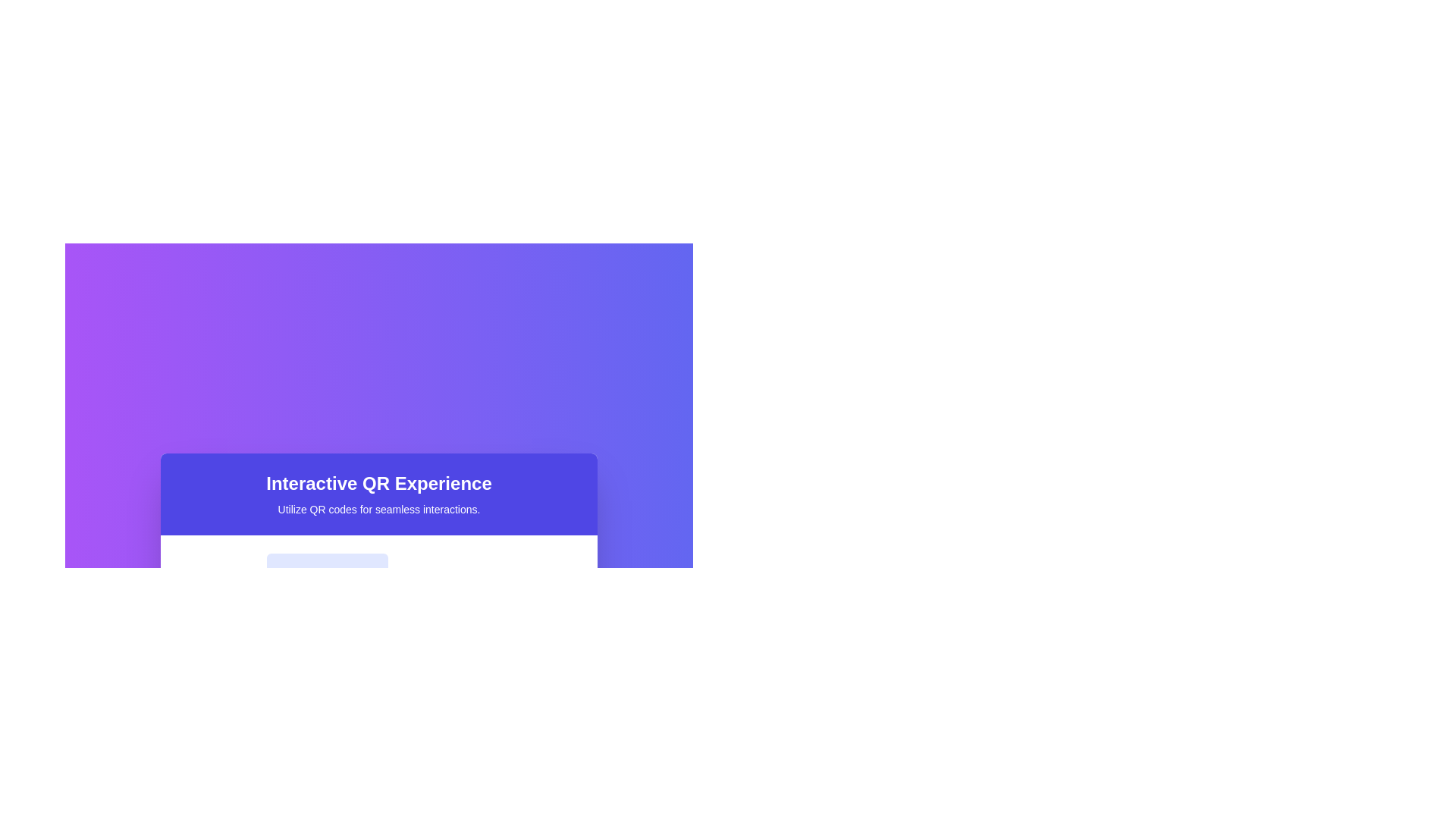  What do you see at coordinates (327, 614) in the screenshot?
I see `QR code icon for accessibility features, which is a minimalistic indigo square grid icon located below the 'Interactive QR Experience' panel` at bounding box center [327, 614].